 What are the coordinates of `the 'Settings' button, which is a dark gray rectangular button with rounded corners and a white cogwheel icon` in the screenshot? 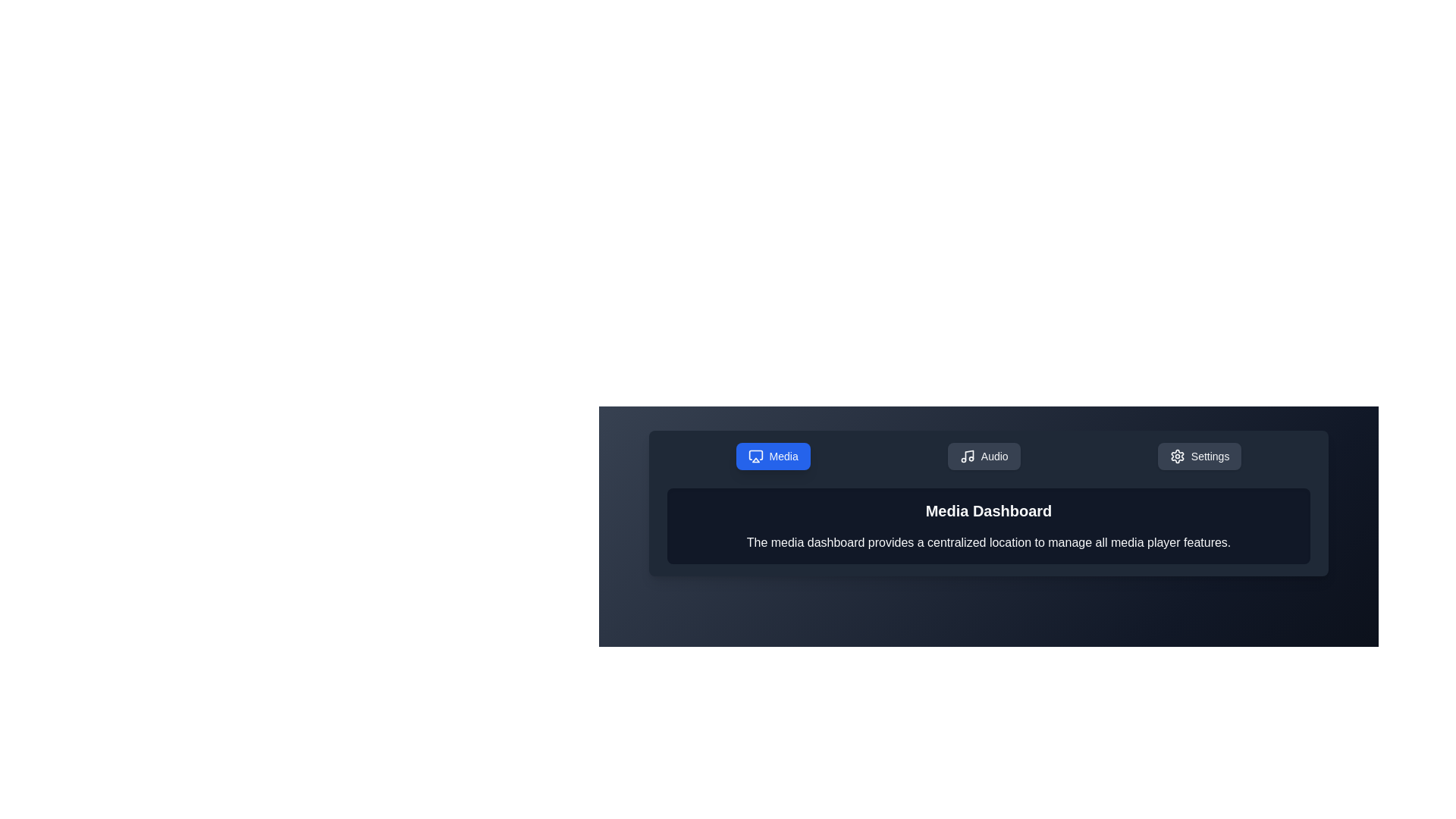 It's located at (1199, 455).